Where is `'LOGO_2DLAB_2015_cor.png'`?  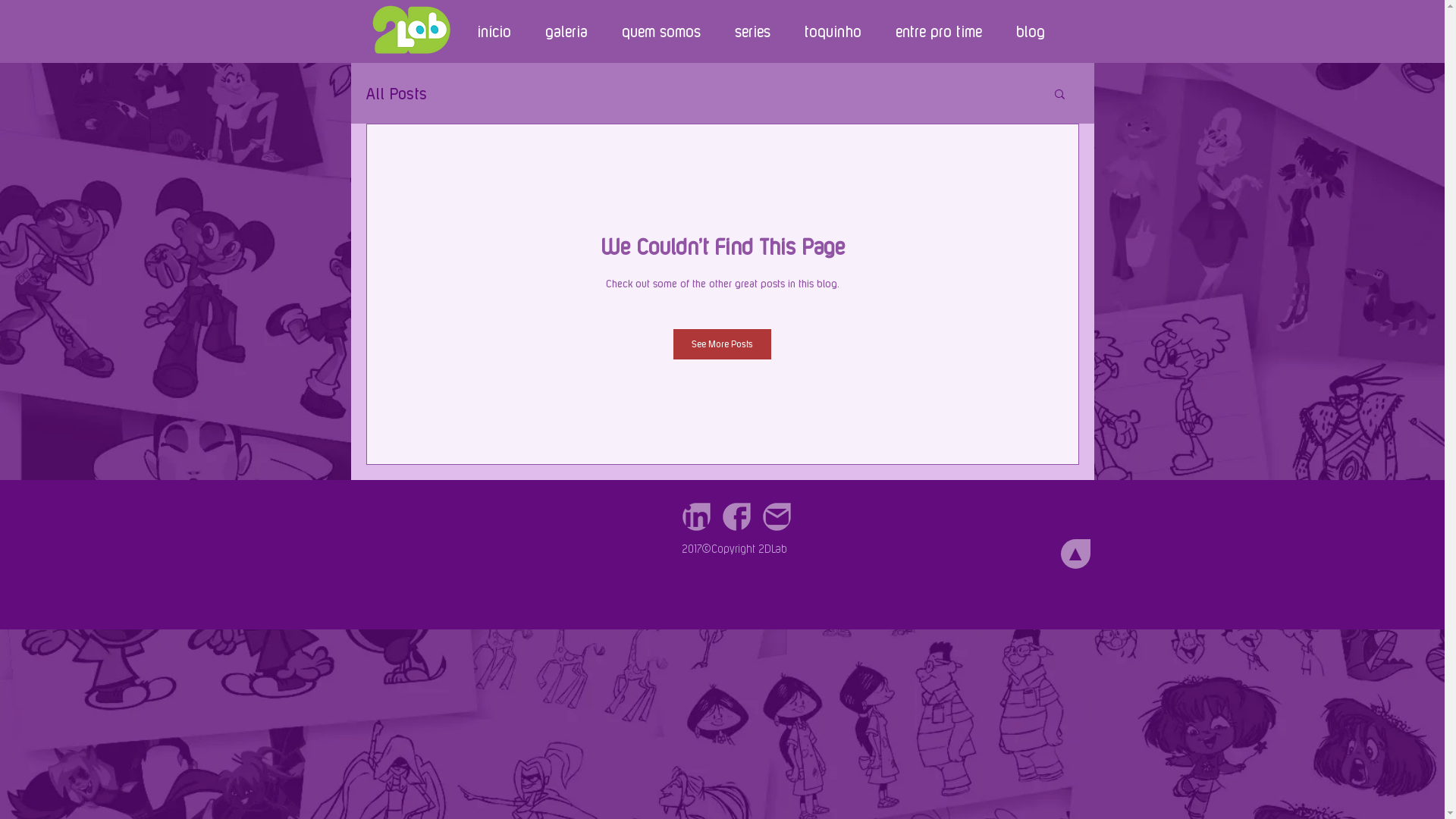
'LOGO_2DLAB_2015_cor.png' is located at coordinates (410, 29).